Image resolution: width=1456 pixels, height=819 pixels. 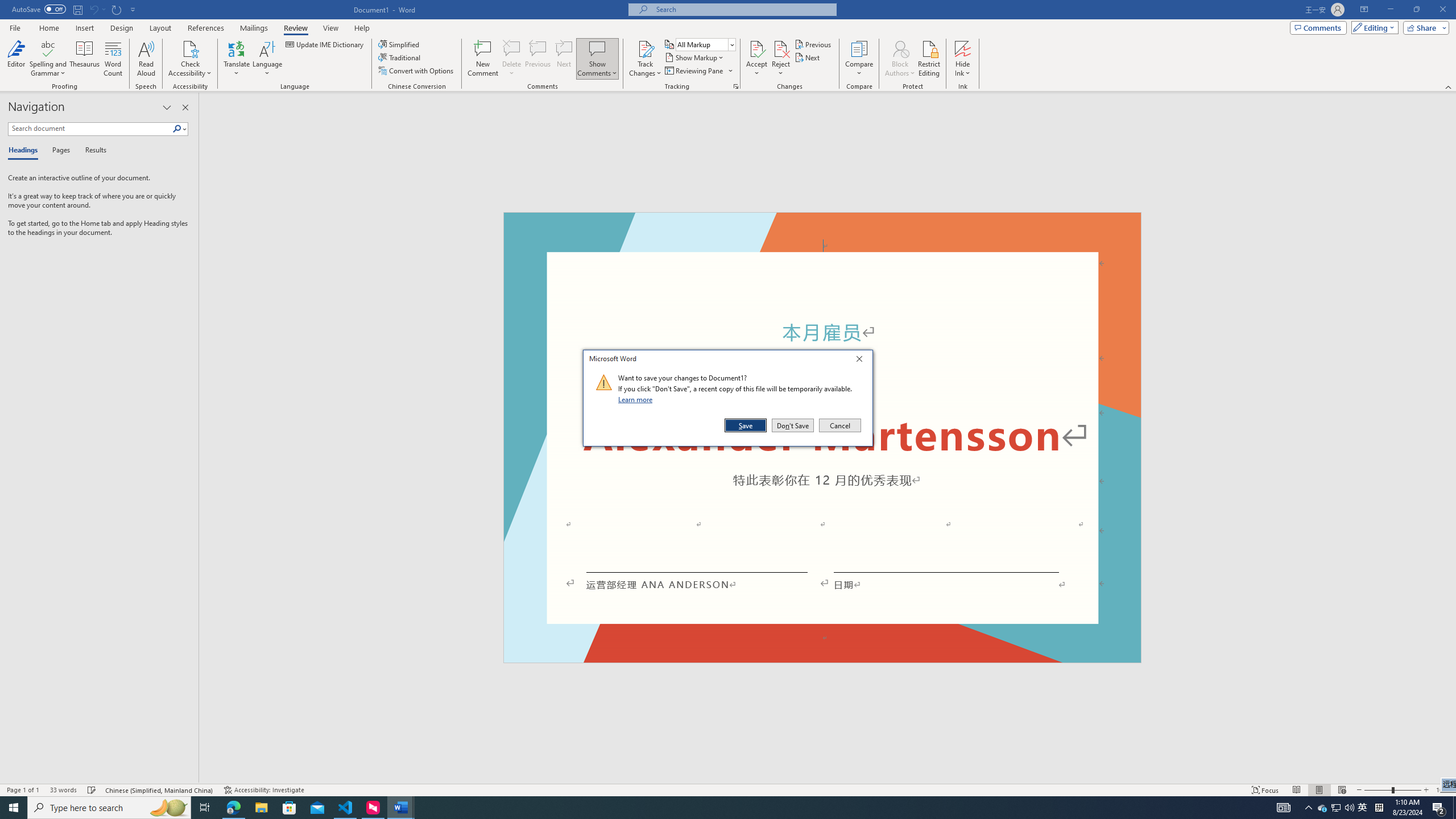 What do you see at coordinates (1296, 790) in the screenshot?
I see `'Read Mode'` at bounding box center [1296, 790].